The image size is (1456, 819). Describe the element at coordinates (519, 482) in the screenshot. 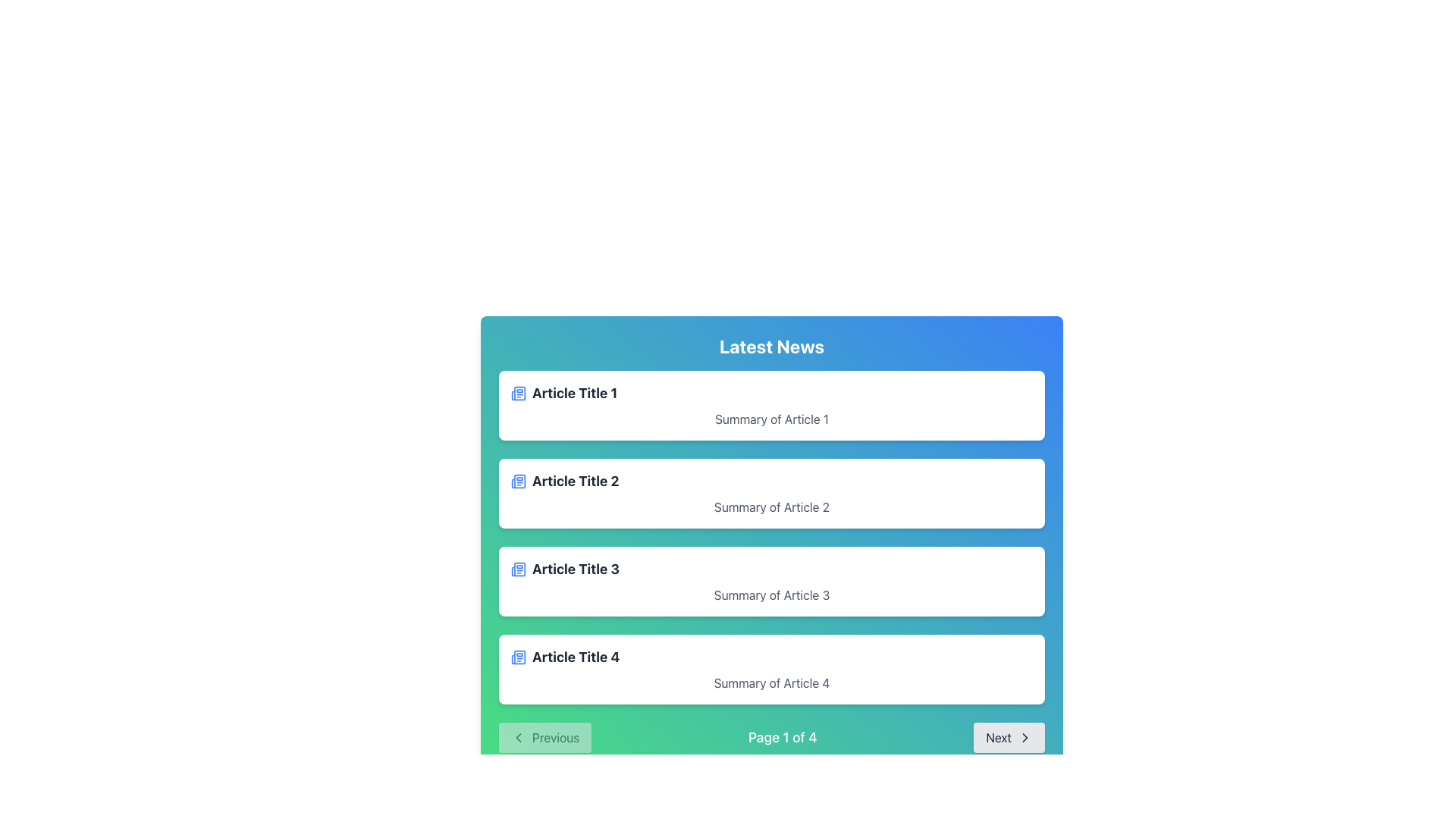

I see `the blue newspaper-like icon within the second listed news item, which is positioned below the first news entry and above the third` at that location.